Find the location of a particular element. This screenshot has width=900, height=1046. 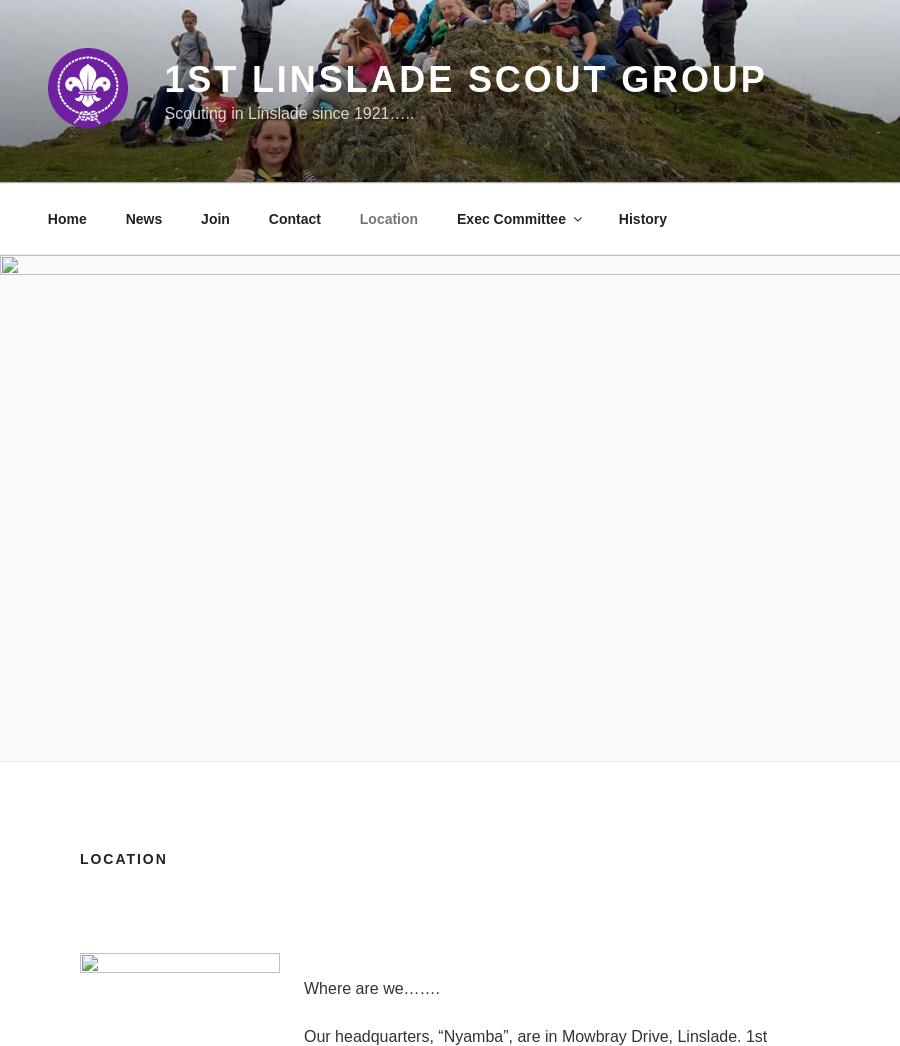

'Contact' is located at coordinates (293, 216).